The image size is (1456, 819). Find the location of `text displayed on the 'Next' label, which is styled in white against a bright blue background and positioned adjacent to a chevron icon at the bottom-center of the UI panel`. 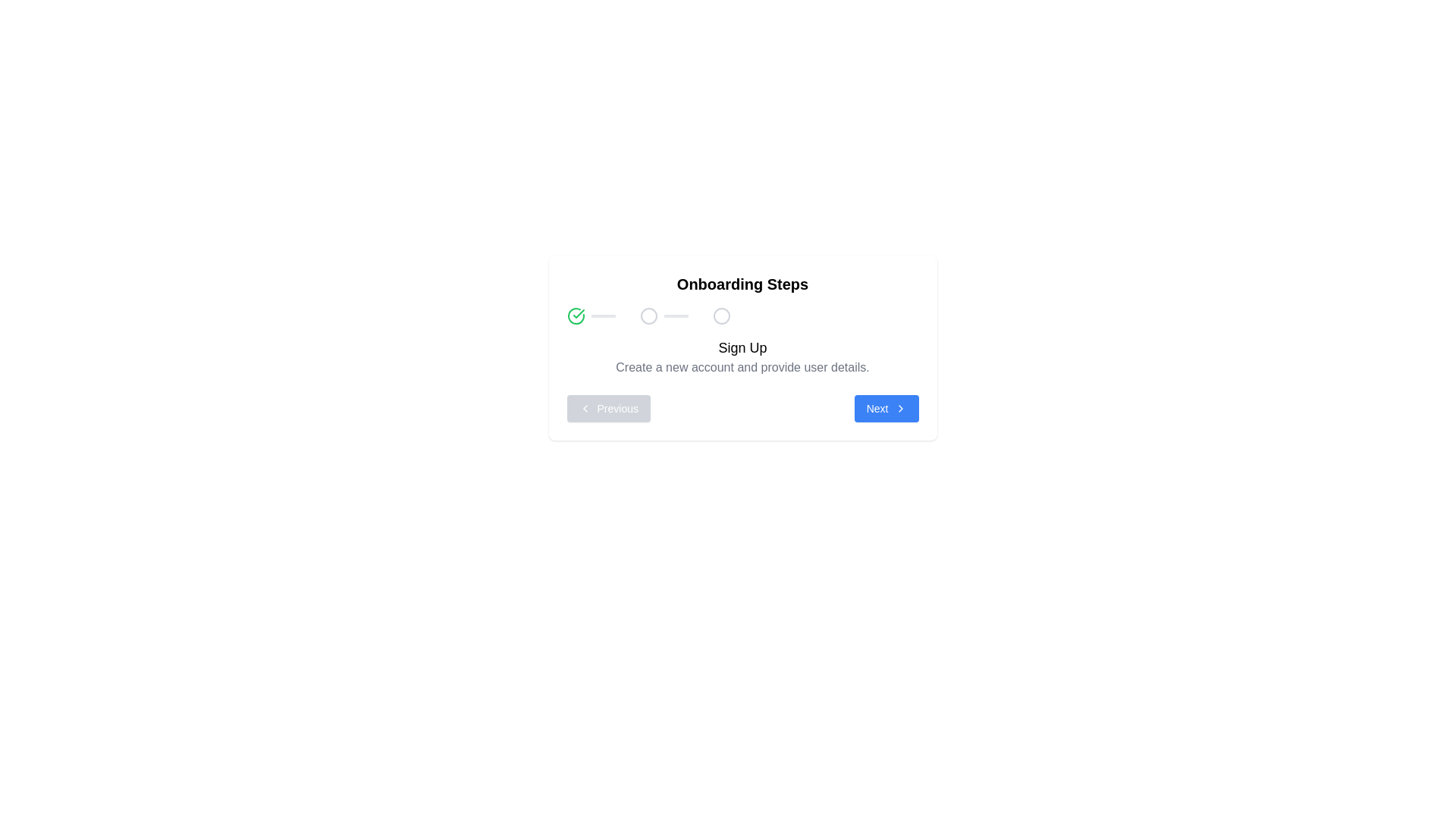

text displayed on the 'Next' label, which is styled in white against a bright blue background and positioned adjacent to a chevron icon at the bottom-center of the UI panel is located at coordinates (877, 408).